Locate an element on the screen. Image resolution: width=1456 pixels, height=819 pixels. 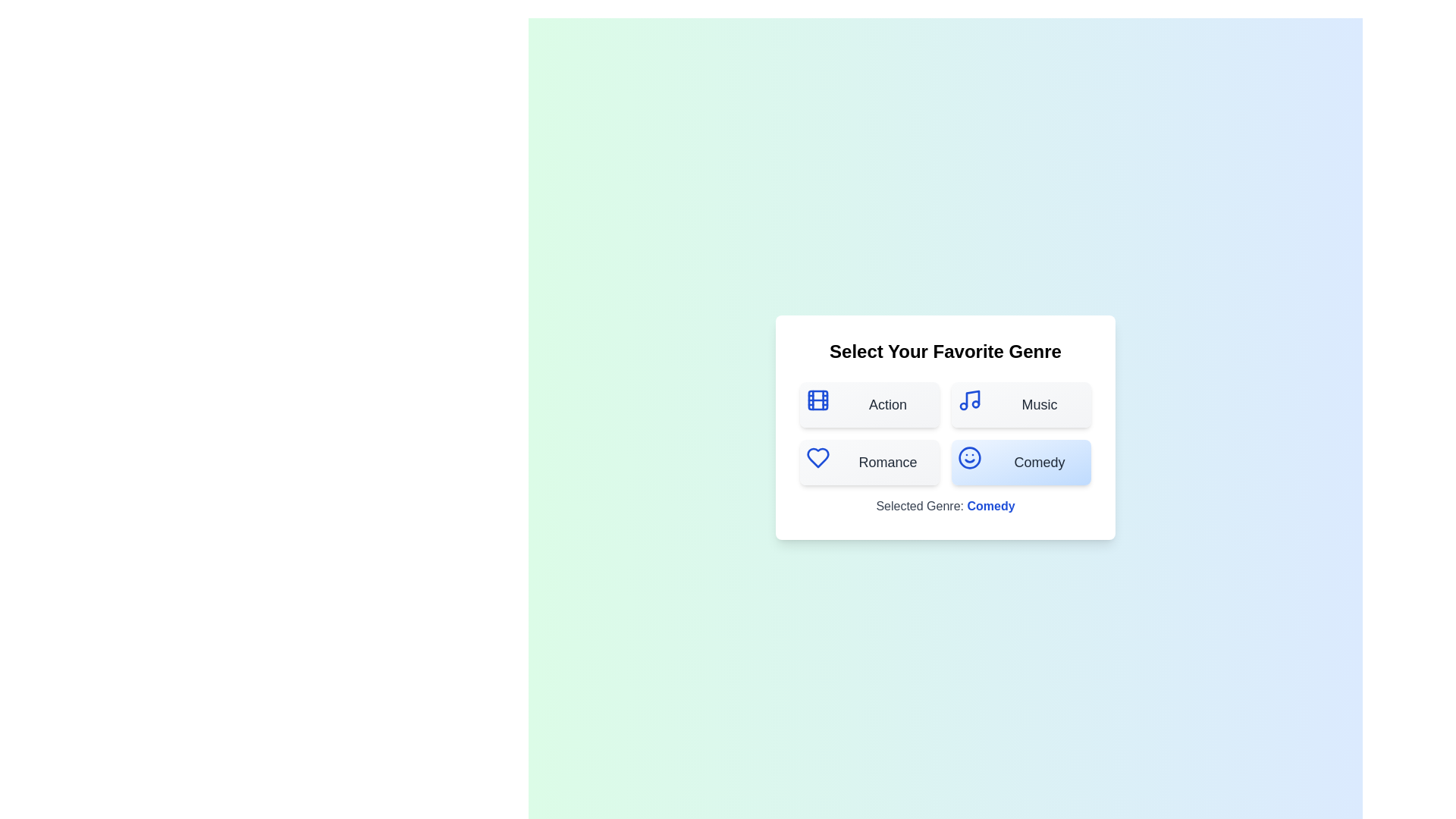
the 'Romance' button, which is a rectangular button with rounded edges, a blue heart icon, and bold dark gray text is located at coordinates (870, 461).